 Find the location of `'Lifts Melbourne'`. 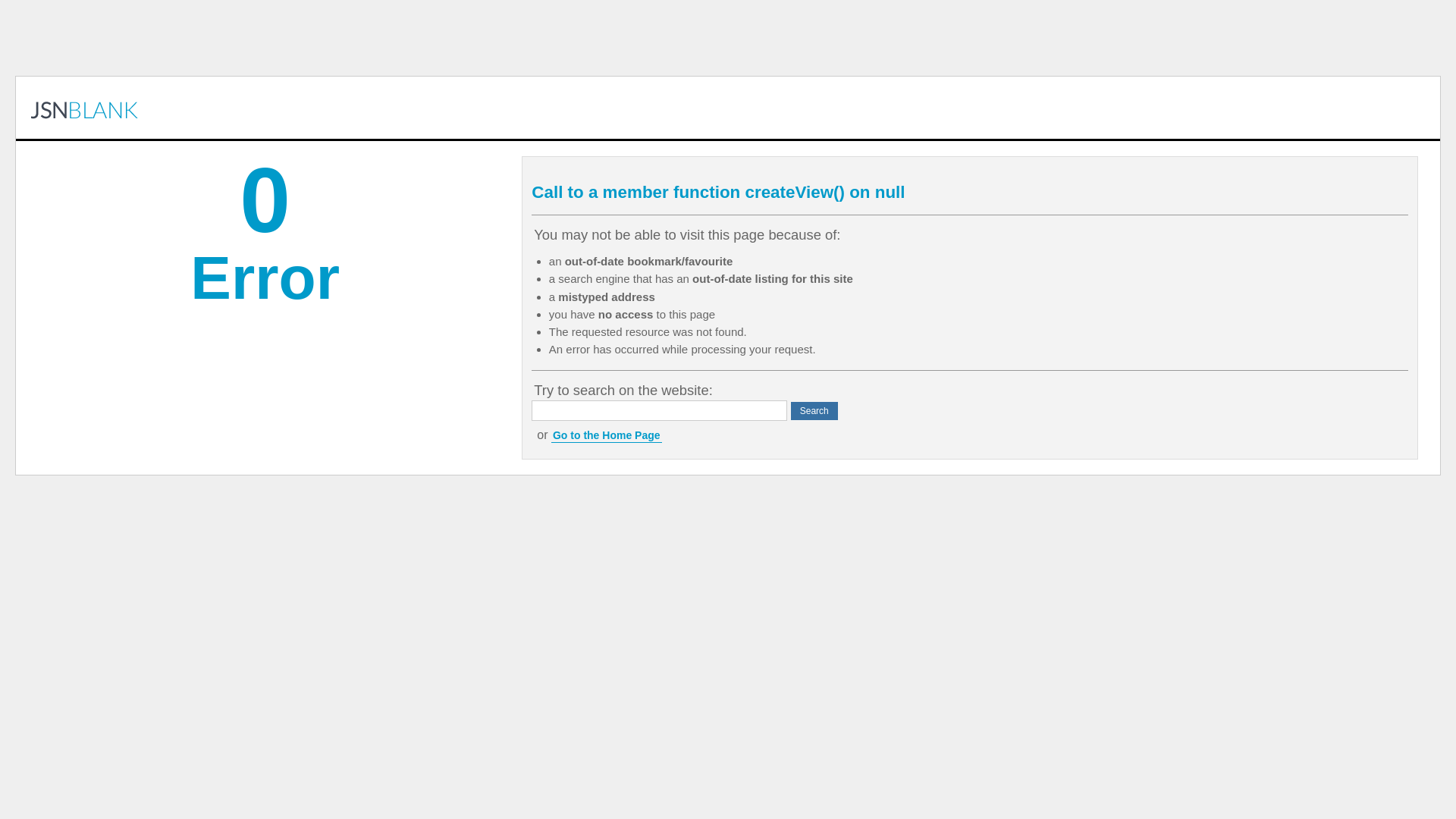

'Lifts Melbourne' is located at coordinates (83, 107).